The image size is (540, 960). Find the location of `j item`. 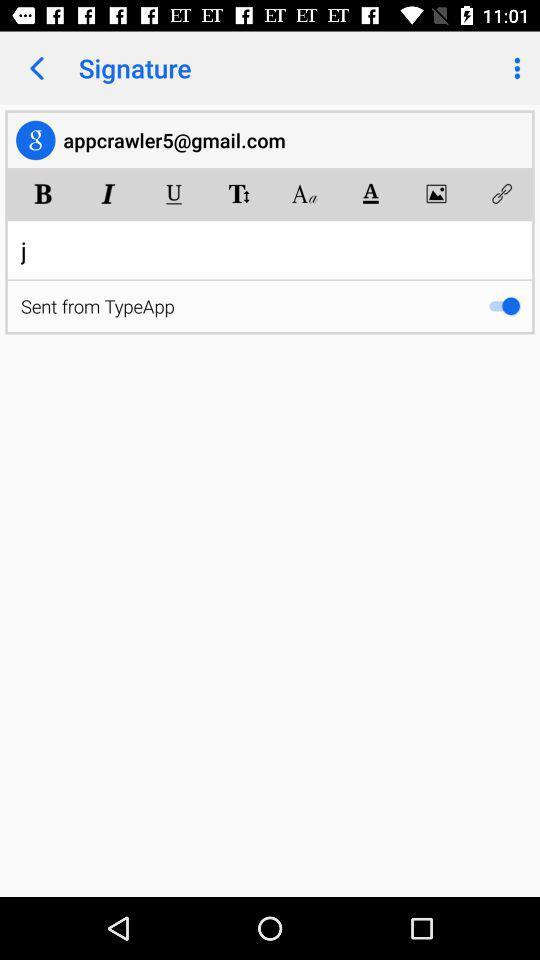

j item is located at coordinates (270, 249).